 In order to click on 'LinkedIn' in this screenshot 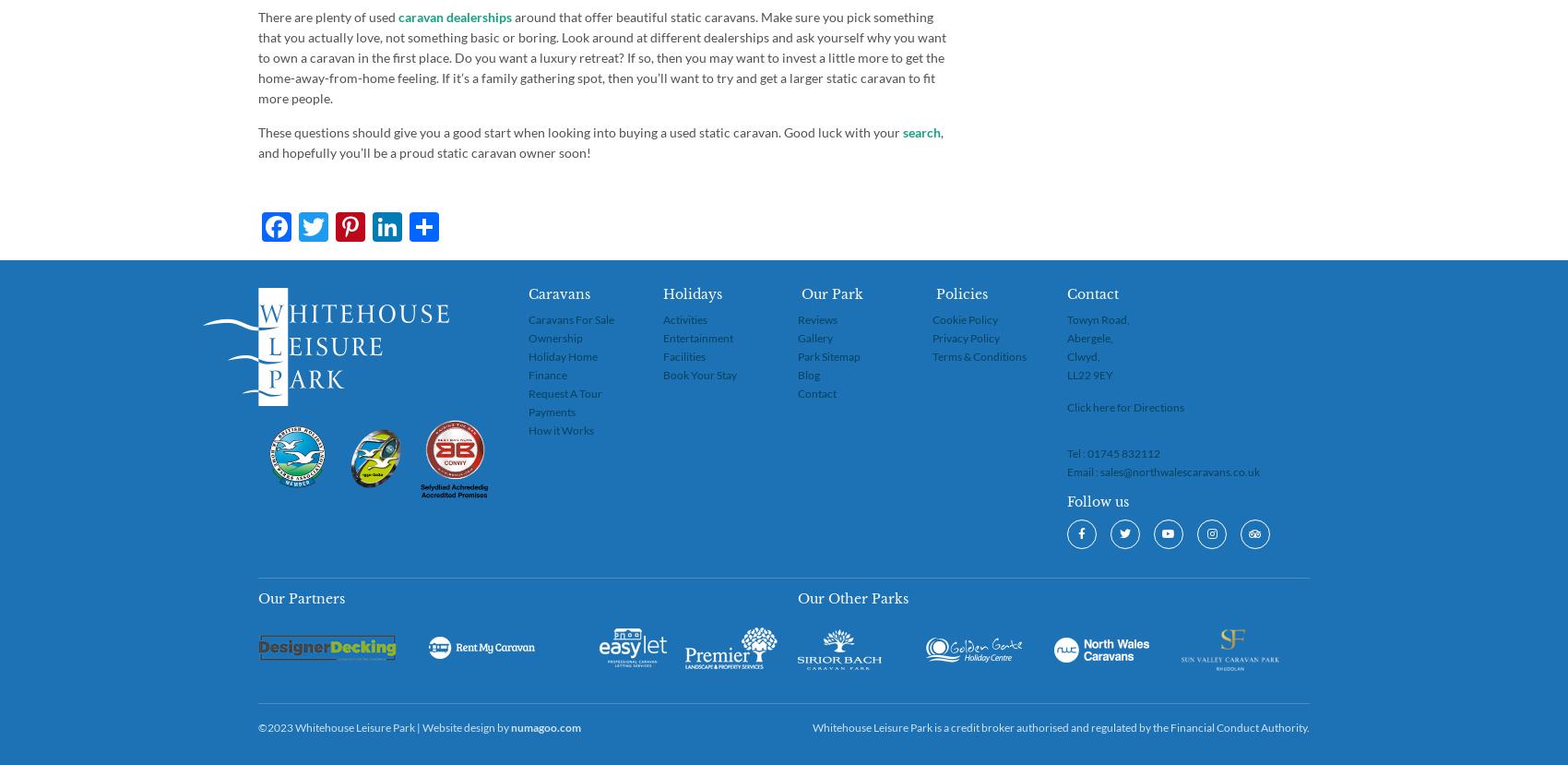, I will do `click(458, 226)`.